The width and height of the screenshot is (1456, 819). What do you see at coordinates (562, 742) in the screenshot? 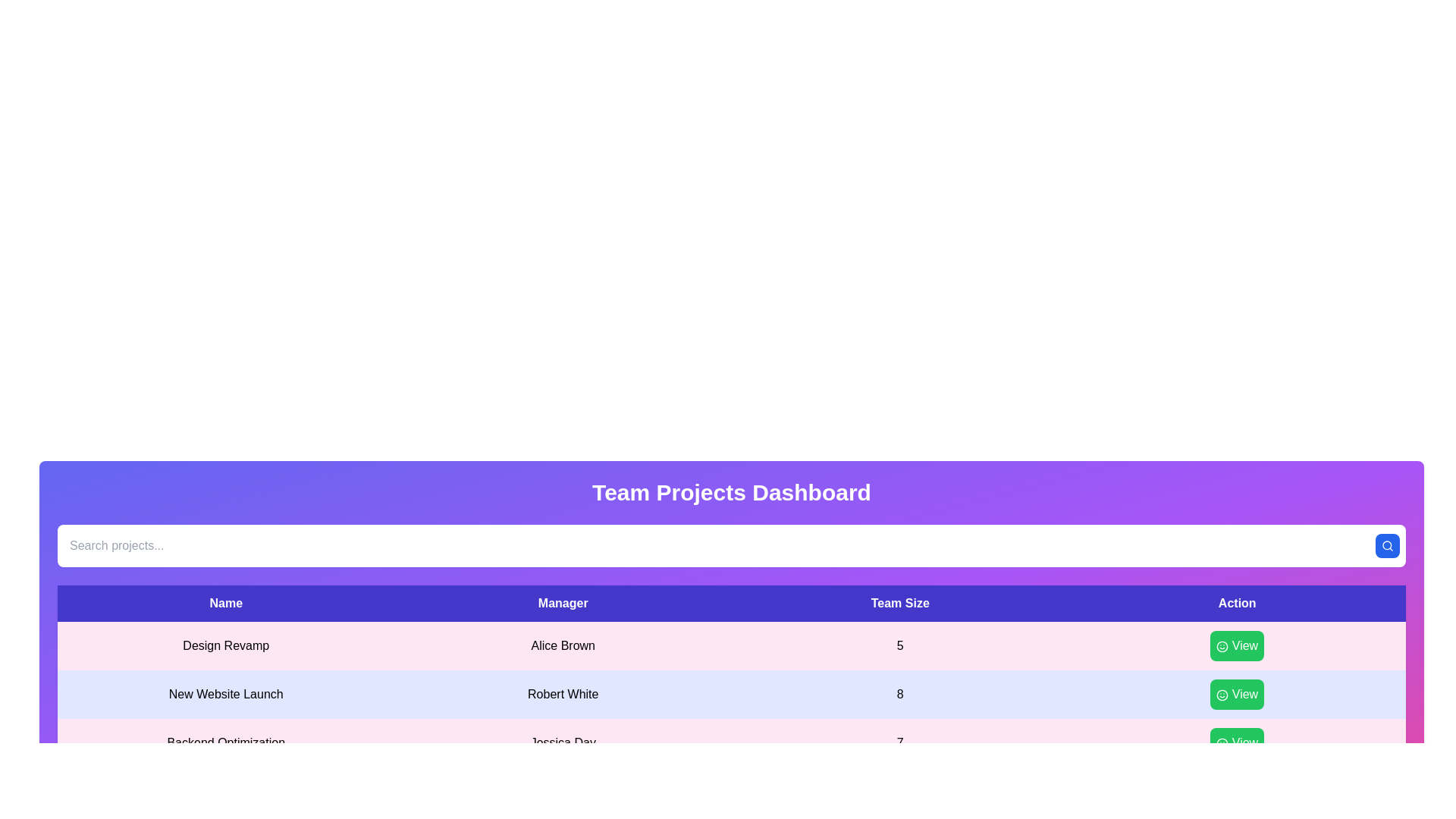
I see `the Text Label displaying the name of the manager associated with the last project's row in the 'Manager' column` at bounding box center [562, 742].